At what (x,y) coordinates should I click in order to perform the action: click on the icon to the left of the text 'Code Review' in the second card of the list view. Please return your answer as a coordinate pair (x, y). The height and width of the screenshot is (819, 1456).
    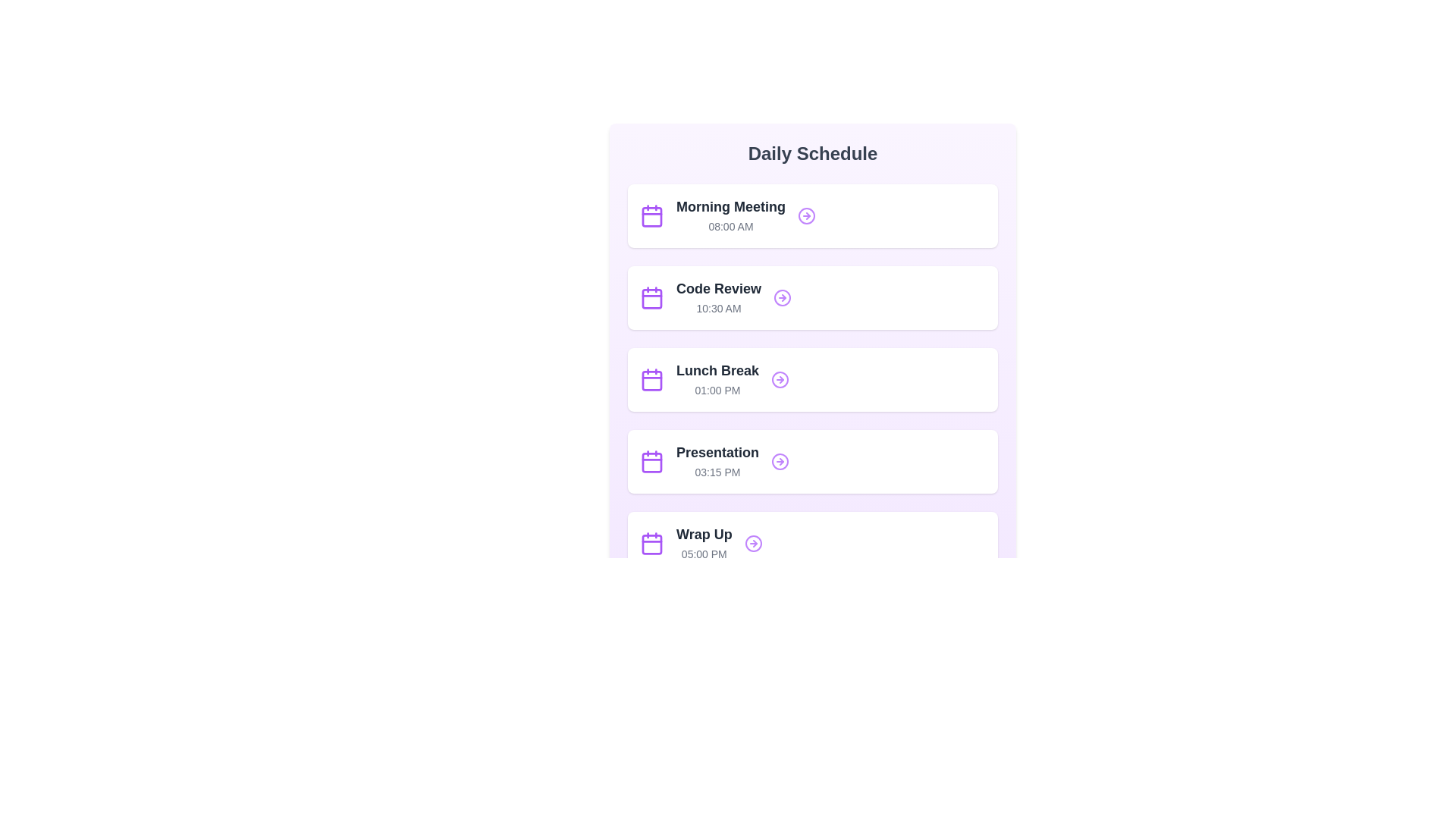
    Looking at the image, I should click on (651, 298).